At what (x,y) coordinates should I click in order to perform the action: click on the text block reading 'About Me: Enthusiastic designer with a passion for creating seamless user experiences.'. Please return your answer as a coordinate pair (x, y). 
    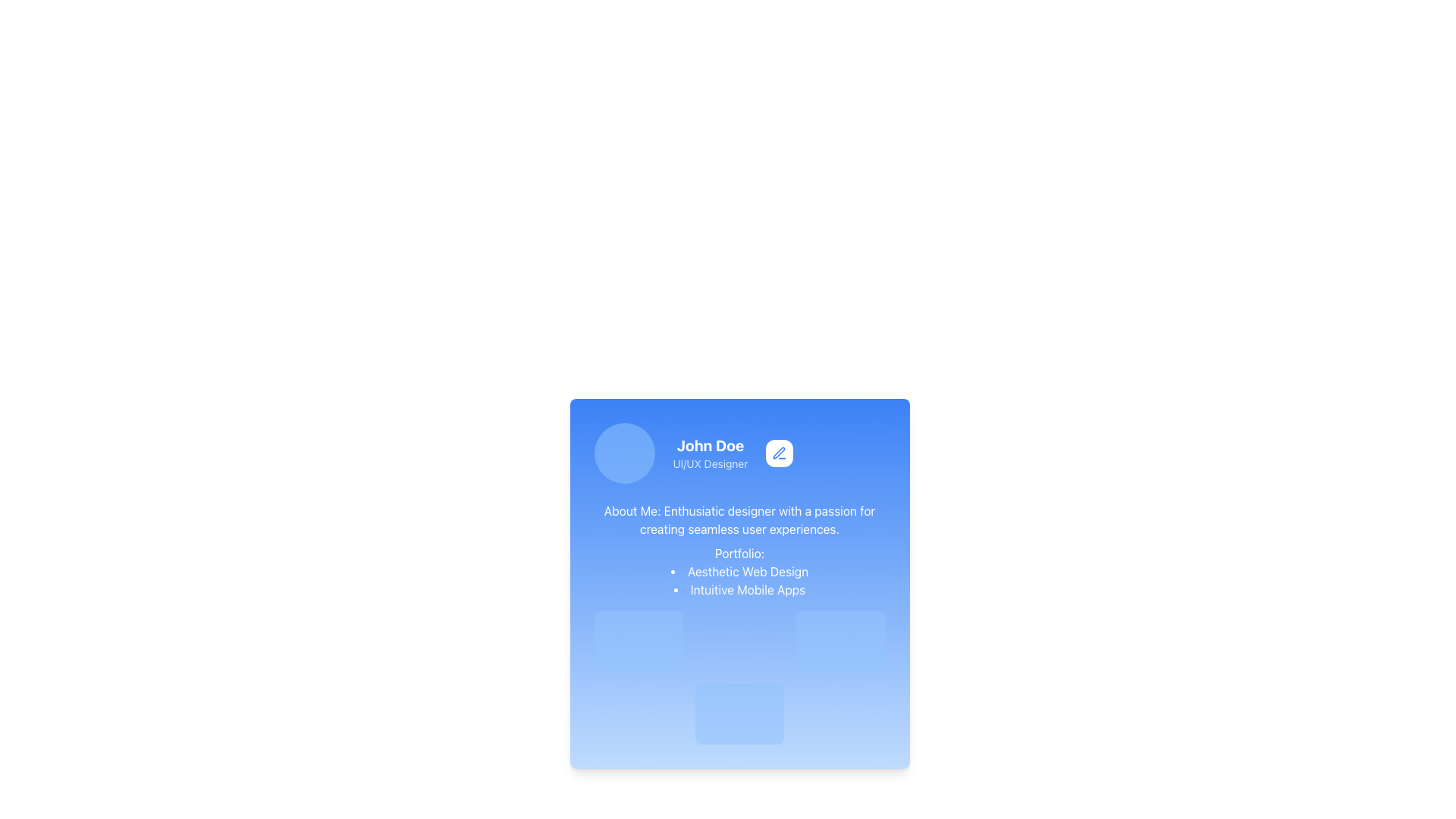
    Looking at the image, I should click on (739, 519).